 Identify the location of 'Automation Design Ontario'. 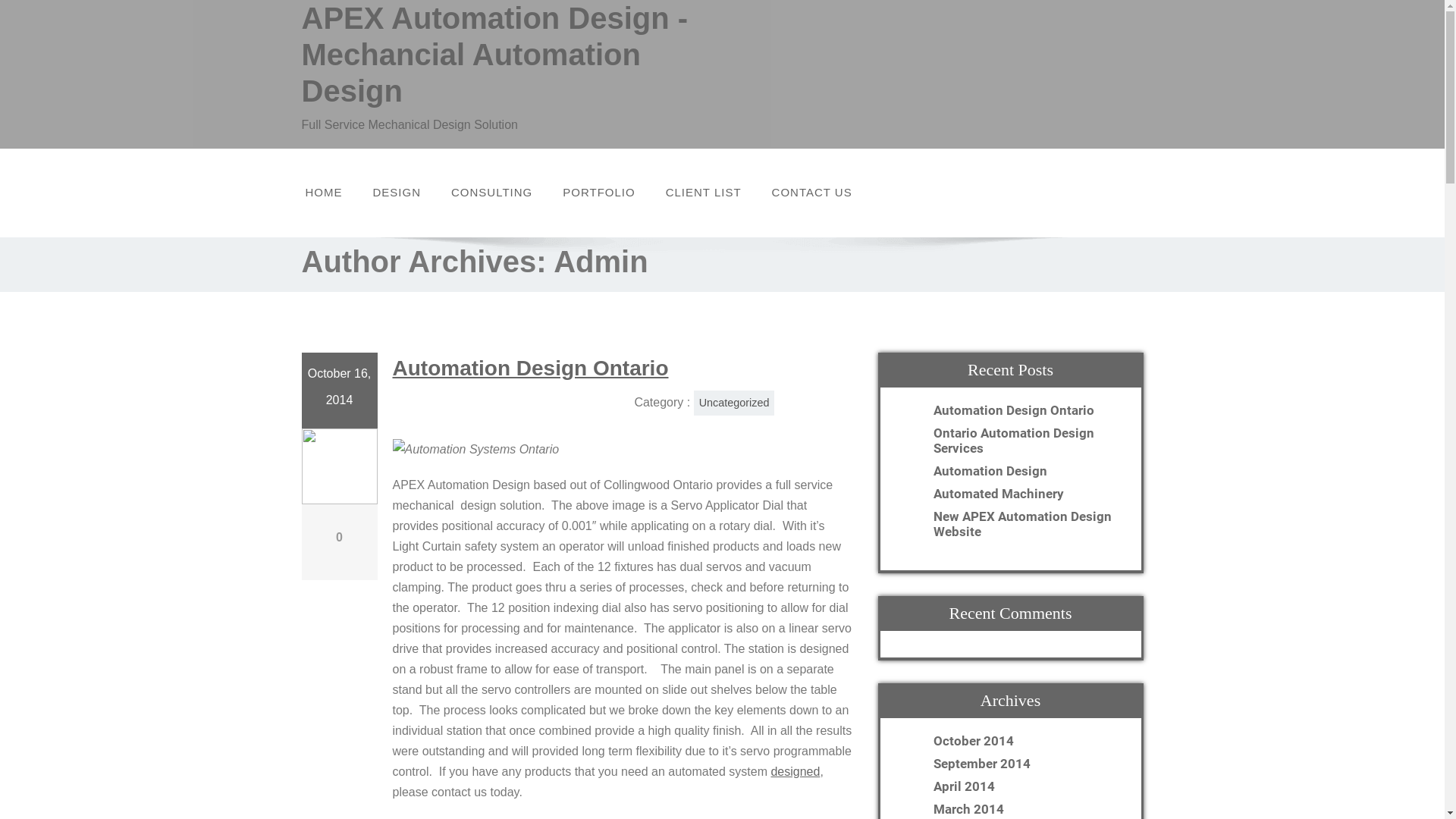
(531, 368).